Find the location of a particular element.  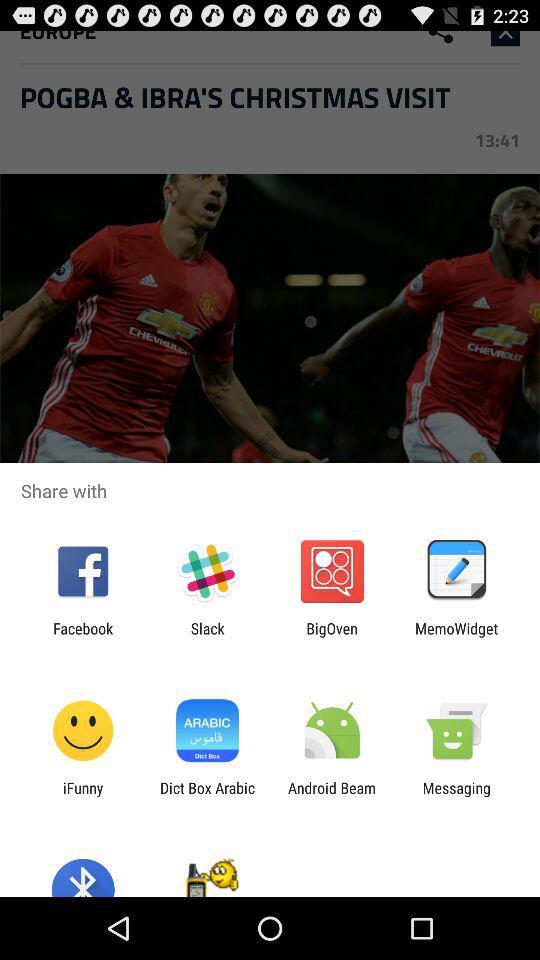

item to the left of the dict box arabic item is located at coordinates (82, 796).